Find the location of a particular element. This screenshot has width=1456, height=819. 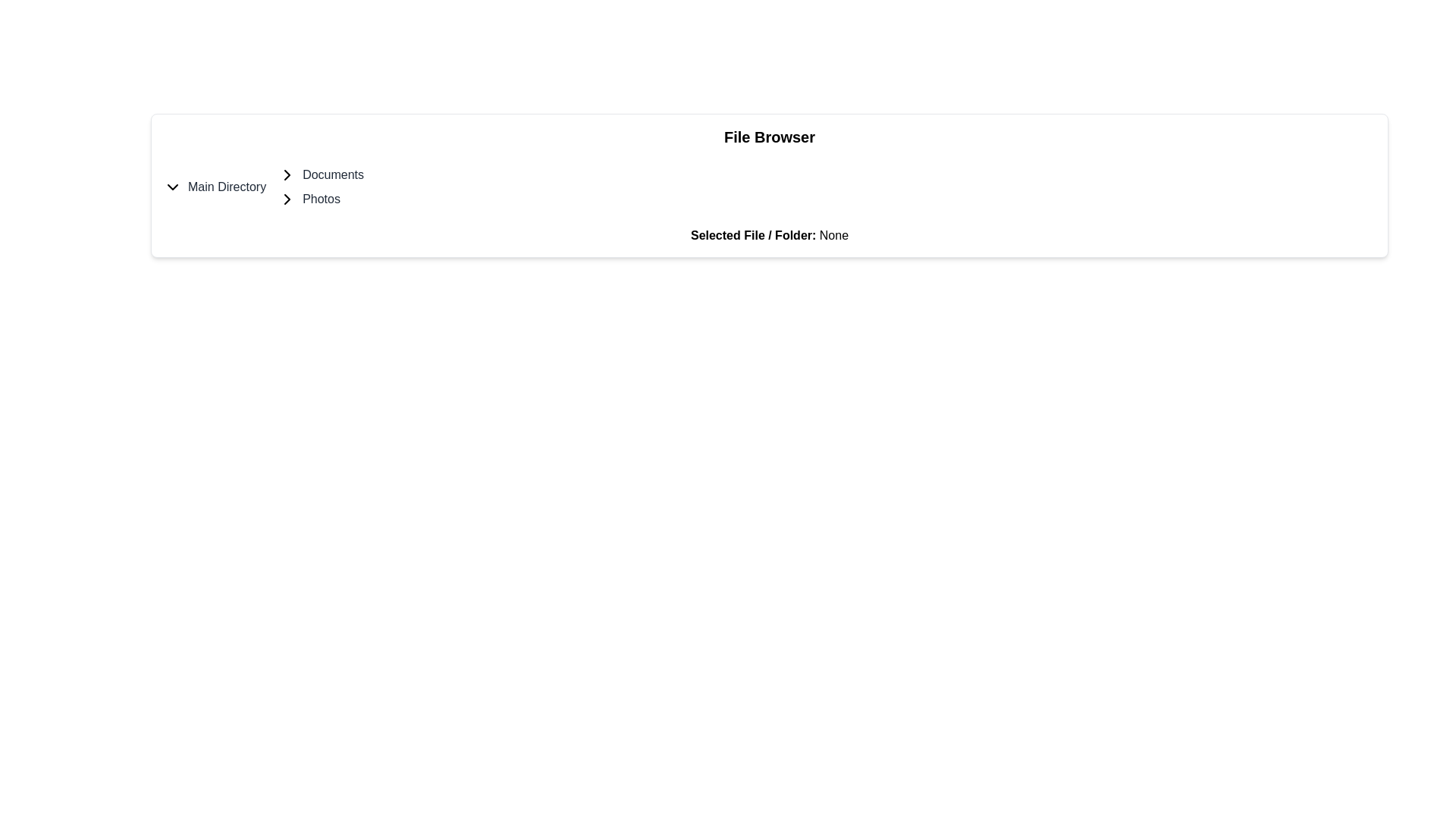

the Text label that indicates the currently selected file or folder in the File Browser section of the interface is located at coordinates (753, 235).